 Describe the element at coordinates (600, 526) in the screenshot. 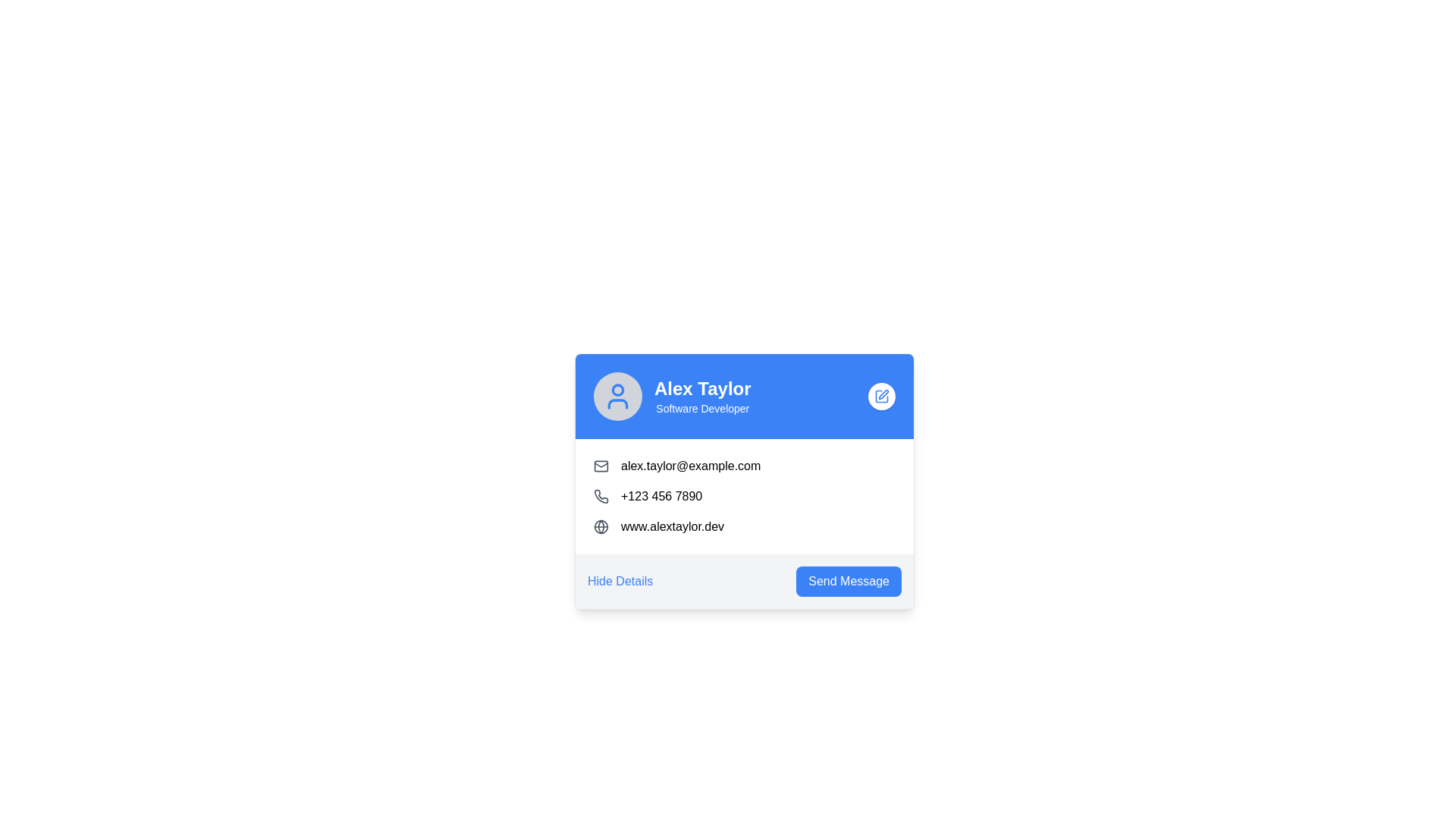

I see `the globe-shaped icon displayed in a minimalist outline style, located to the left of the text 'www.alextaylor.dev'` at that location.